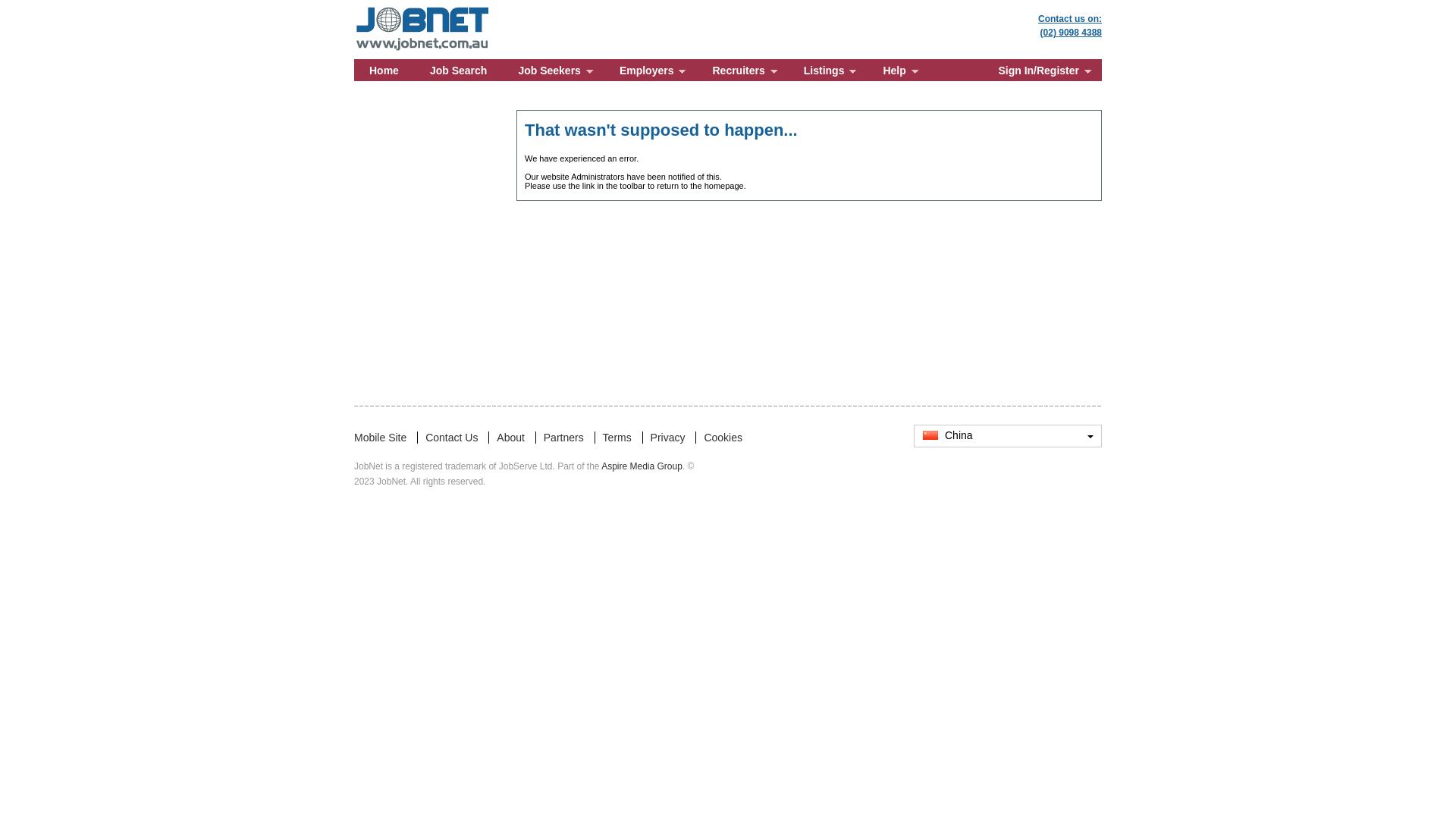 This screenshot has height=819, width=1456. I want to click on 'Aspire Media Group', so click(642, 465).